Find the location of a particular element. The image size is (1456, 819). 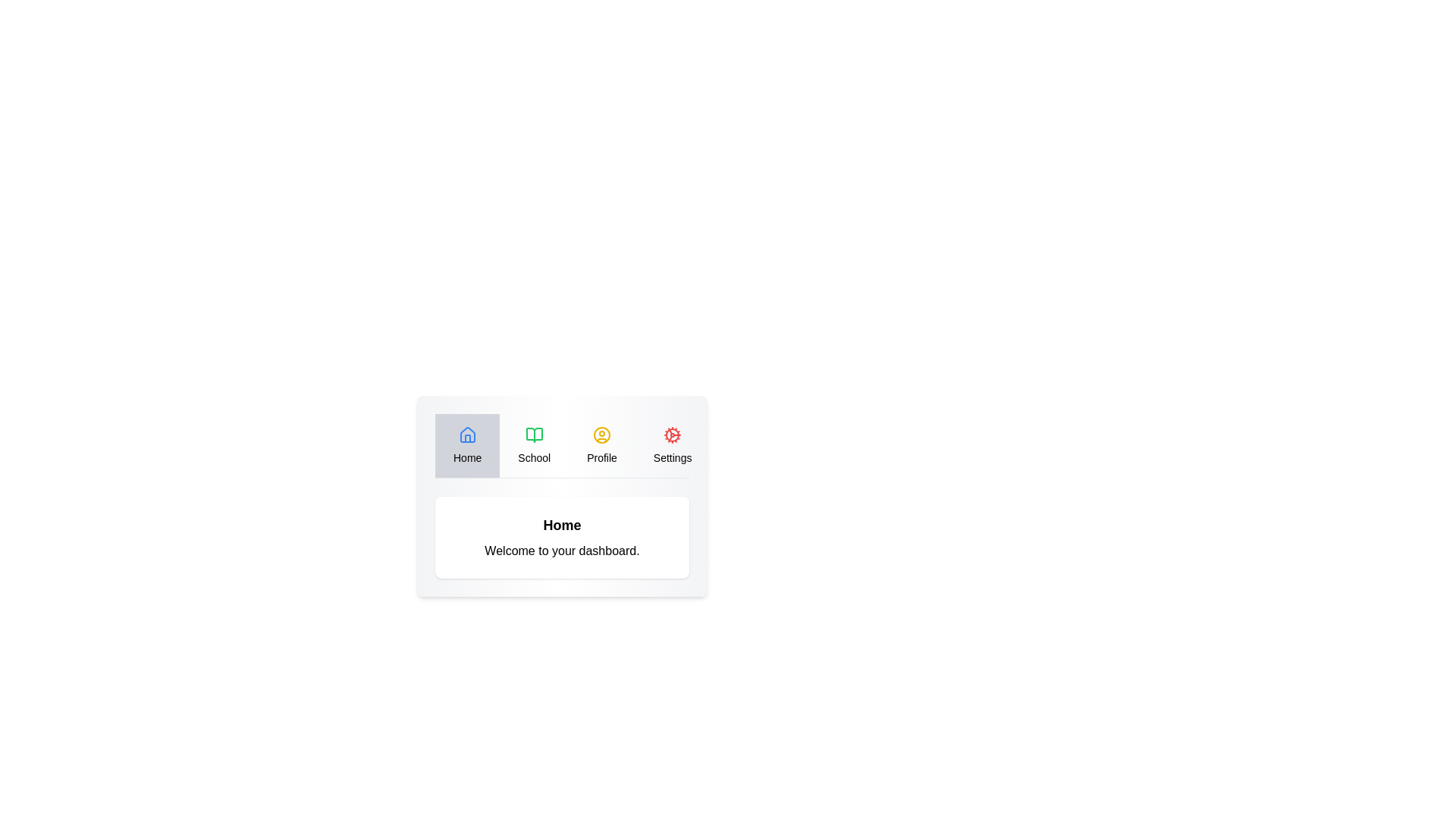

the Profile tab to navigate to it is located at coordinates (601, 444).